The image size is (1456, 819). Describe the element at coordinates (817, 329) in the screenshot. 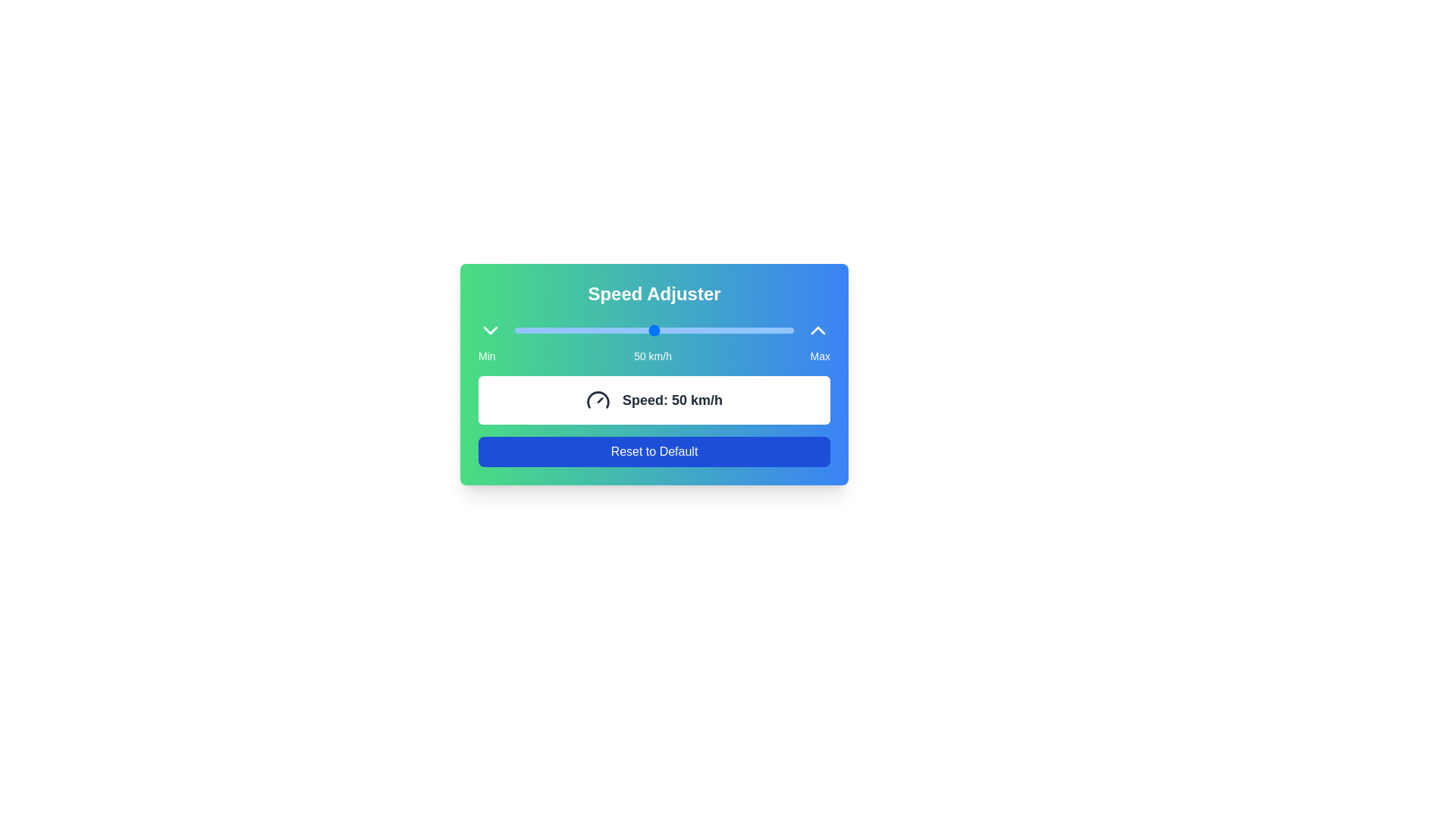

I see `the chevron-up icon with a white outline on a blue background located at the rightmost corner of the UI section` at that location.